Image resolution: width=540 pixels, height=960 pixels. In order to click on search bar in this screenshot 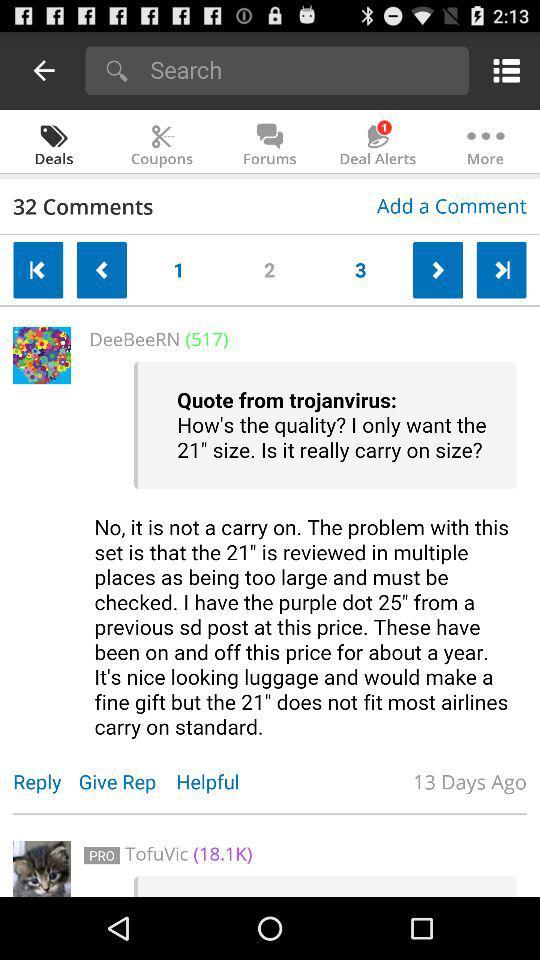, I will do `click(302, 69)`.